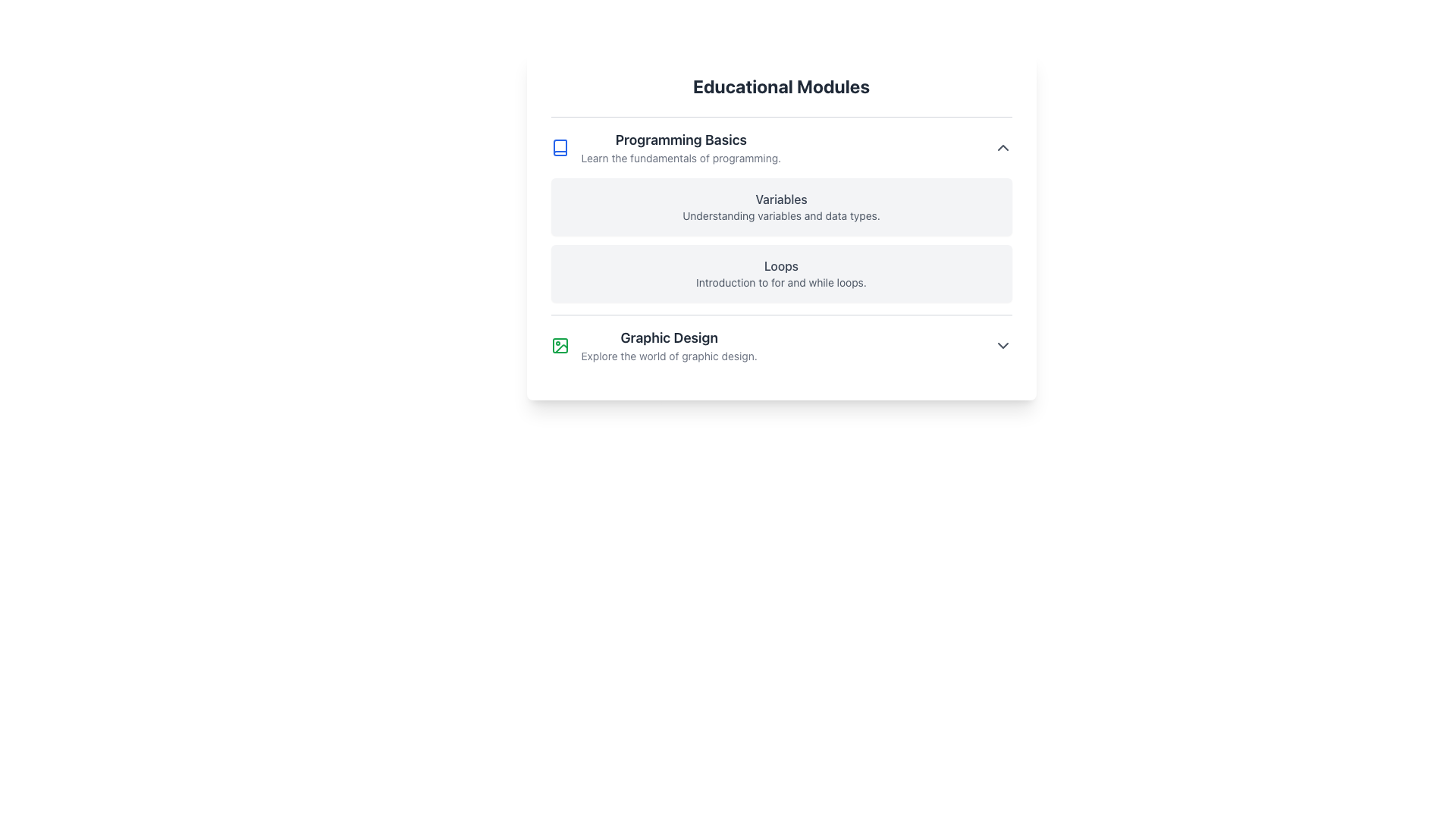 This screenshot has width=1456, height=819. I want to click on the text label displaying 'Loops', which is styled in gray and positioned above the subtitle in the 'Loops' section of the 'Educational Modules' card, so click(781, 265).